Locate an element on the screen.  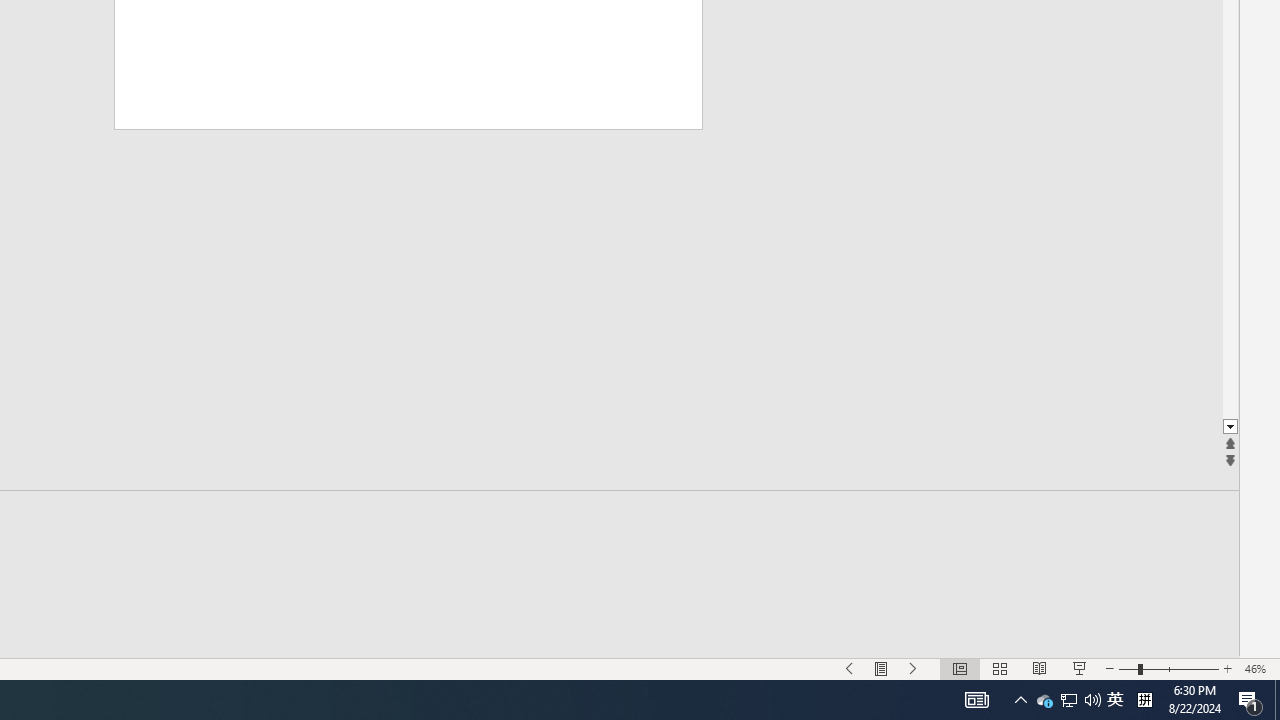
'Q2790: 100%' is located at coordinates (1092, 698).